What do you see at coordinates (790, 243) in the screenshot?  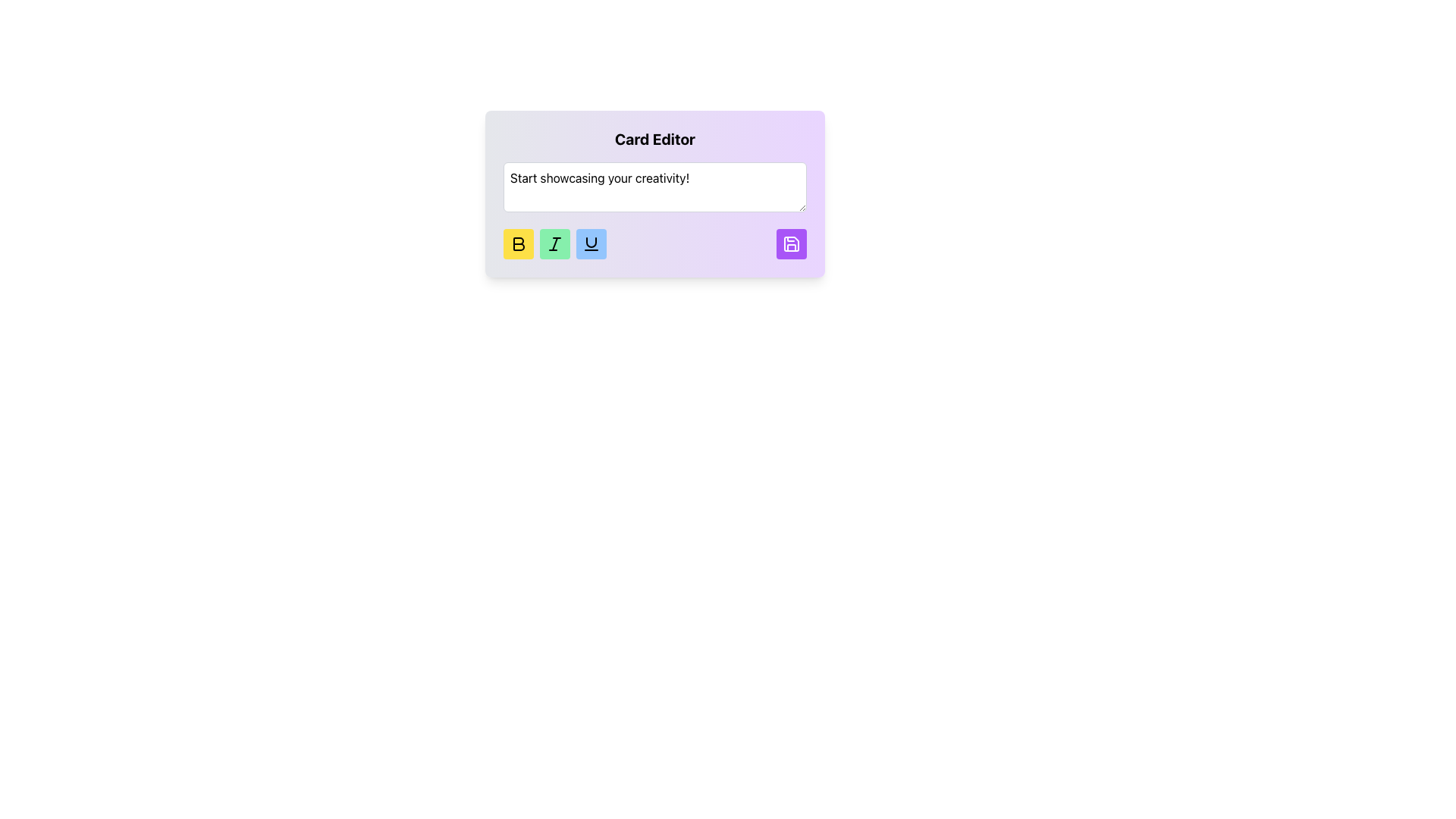 I see `top-left component of the save icon, which resembles a diskette symbol, located at the bottom-right corner of the card editor panel` at bounding box center [790, 243].